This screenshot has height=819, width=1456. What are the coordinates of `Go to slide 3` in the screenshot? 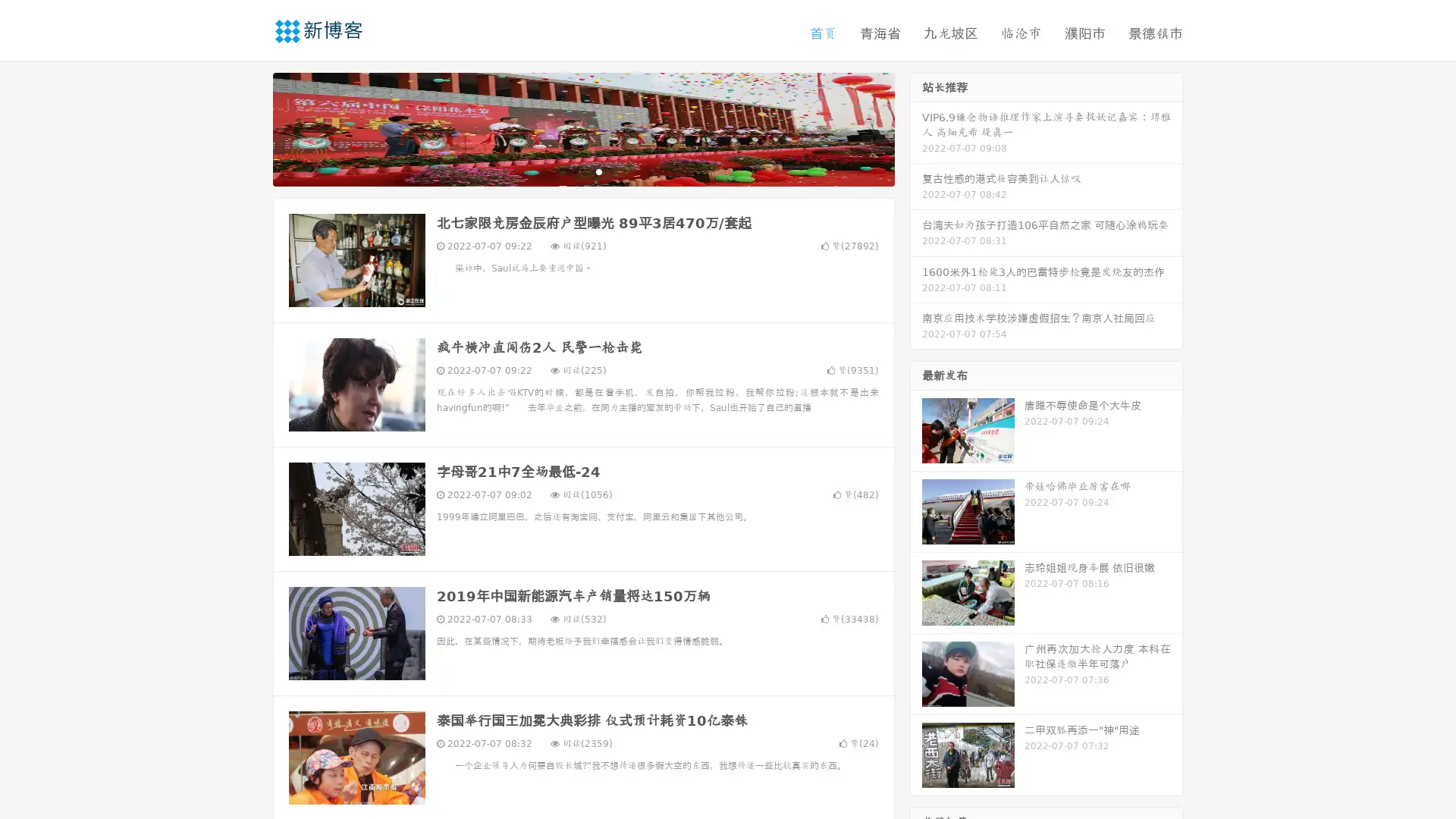 It's located at (598, 171).